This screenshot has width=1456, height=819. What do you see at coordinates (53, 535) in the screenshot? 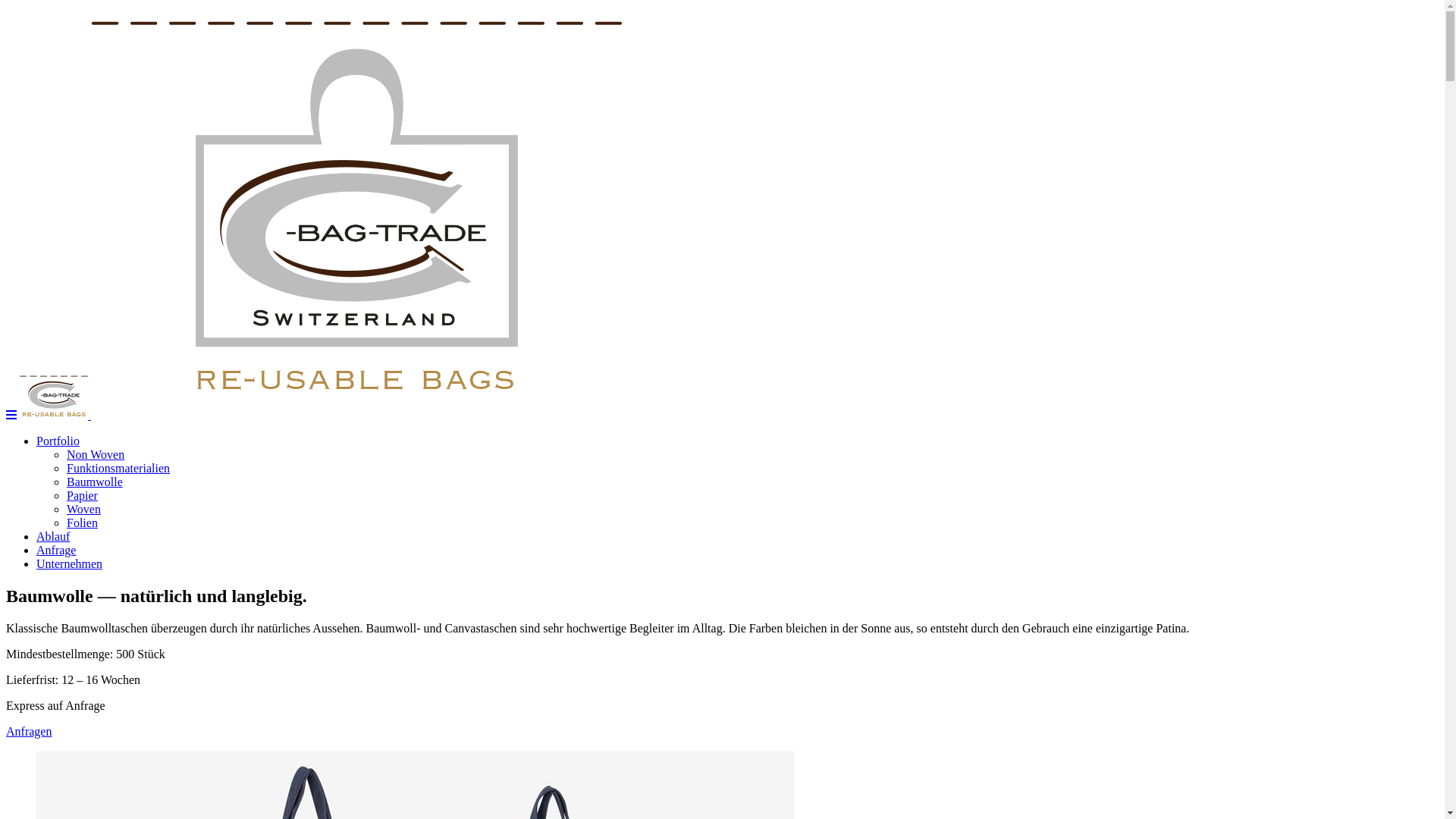
I see `'Ablauf'` at bounding box center [53, 535].